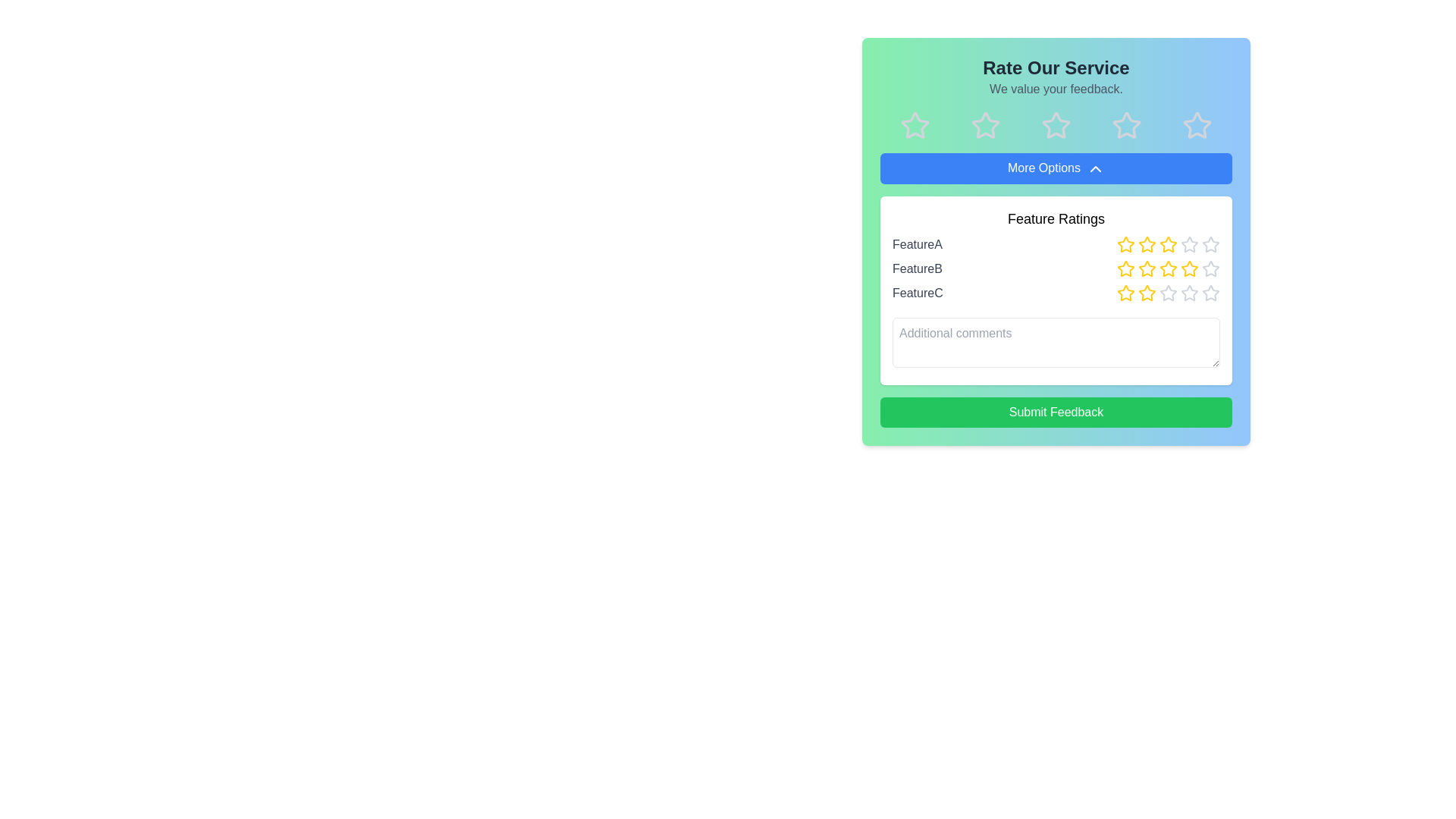 The image size is (1456, 819). I want to click on on the third star in the 5-star rating system for 'Feature A', so click(1167, 243).